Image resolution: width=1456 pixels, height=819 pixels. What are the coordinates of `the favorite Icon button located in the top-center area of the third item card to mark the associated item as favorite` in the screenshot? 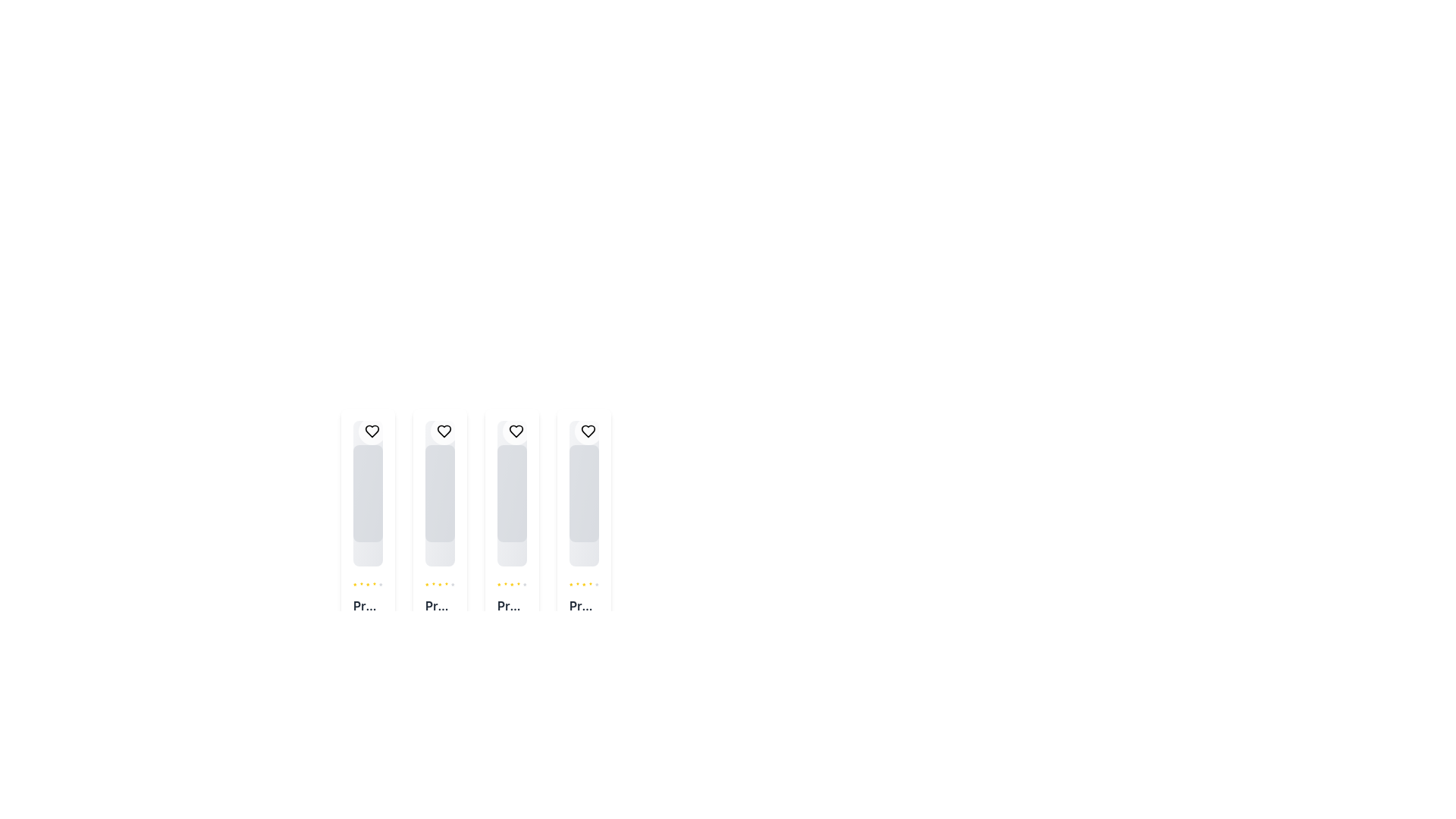 It's located at (516, 431).